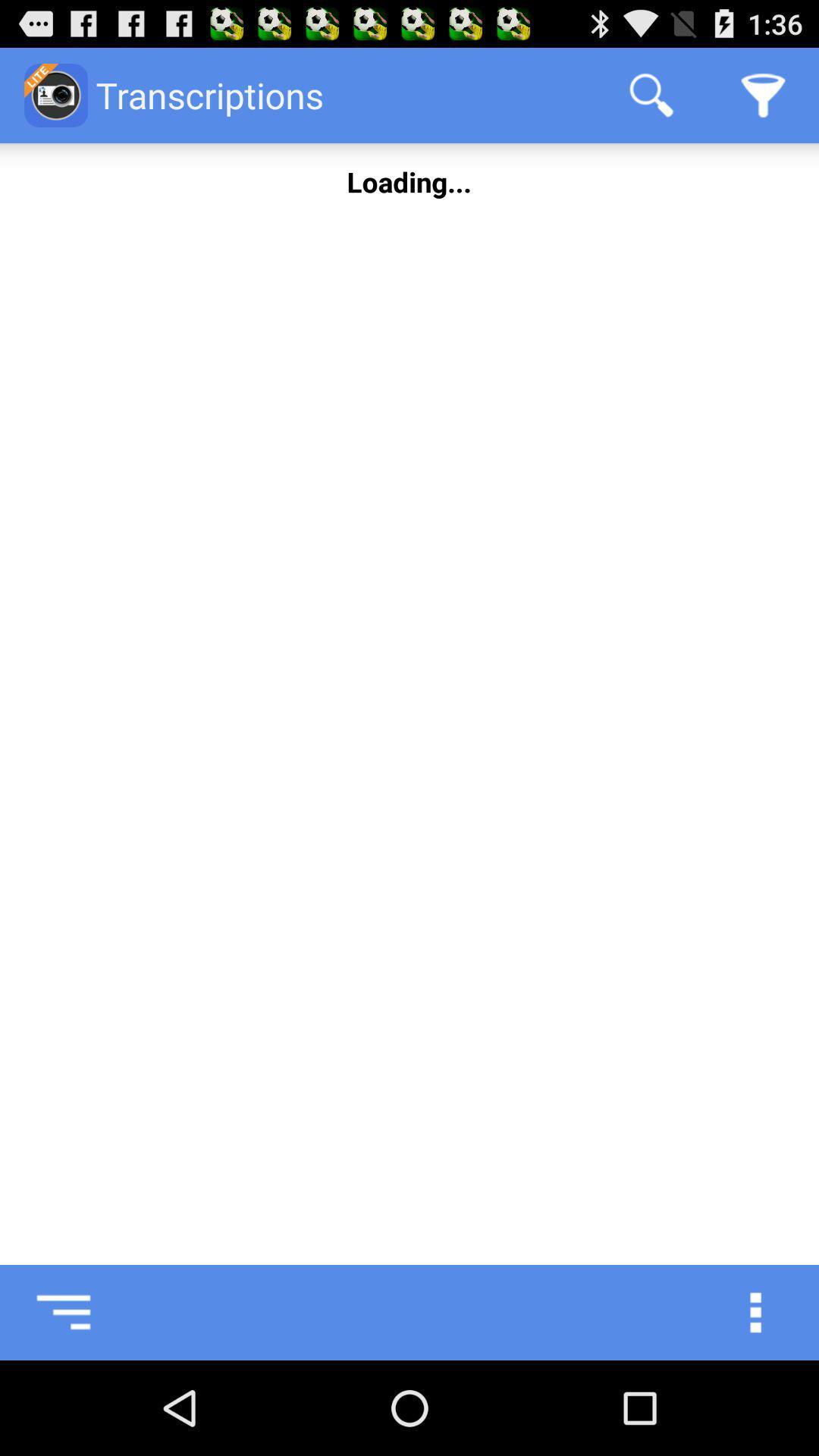 The image size is (819, 1456). I want to click on show more options, so click(771, 1312).